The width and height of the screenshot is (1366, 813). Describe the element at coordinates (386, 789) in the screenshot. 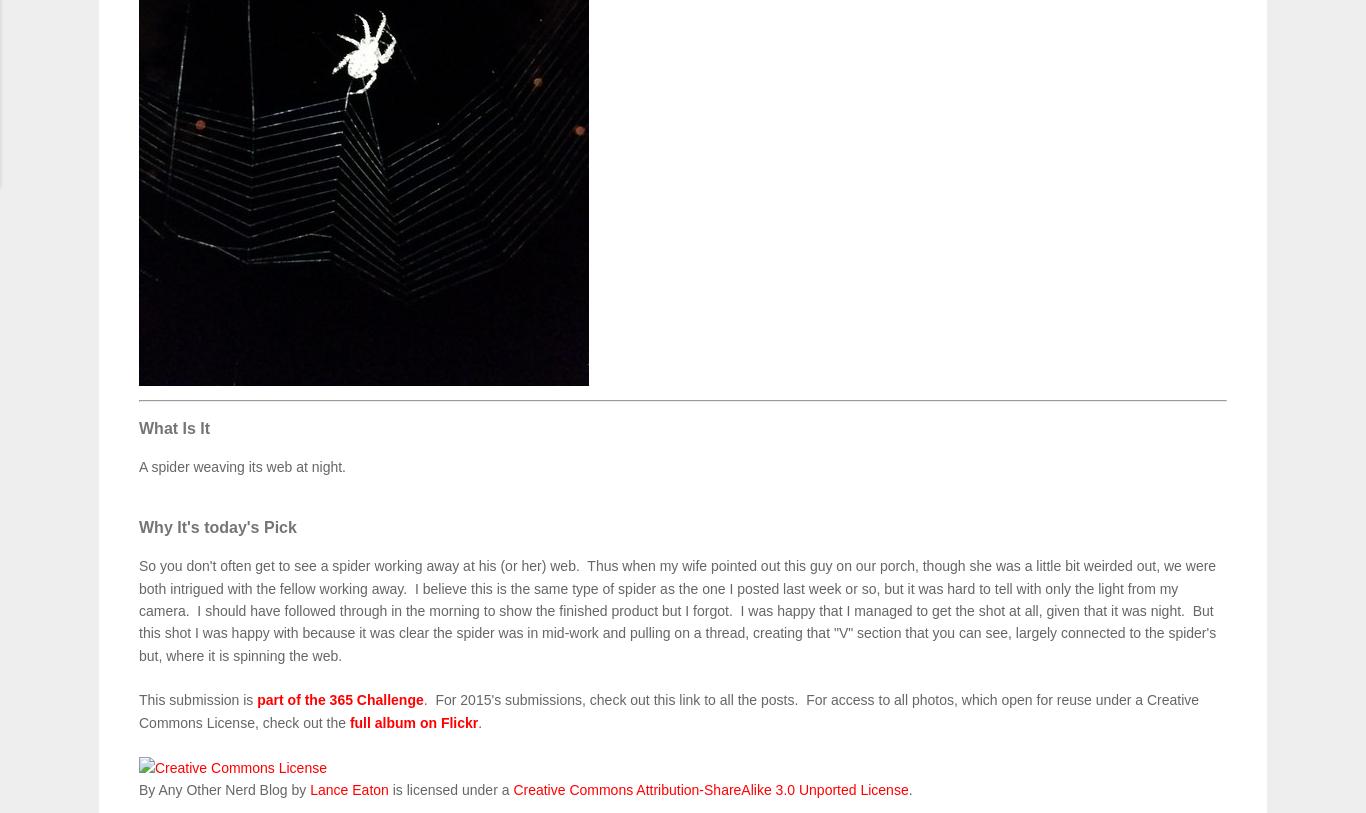

I see `'is licensed under a'` at that location.